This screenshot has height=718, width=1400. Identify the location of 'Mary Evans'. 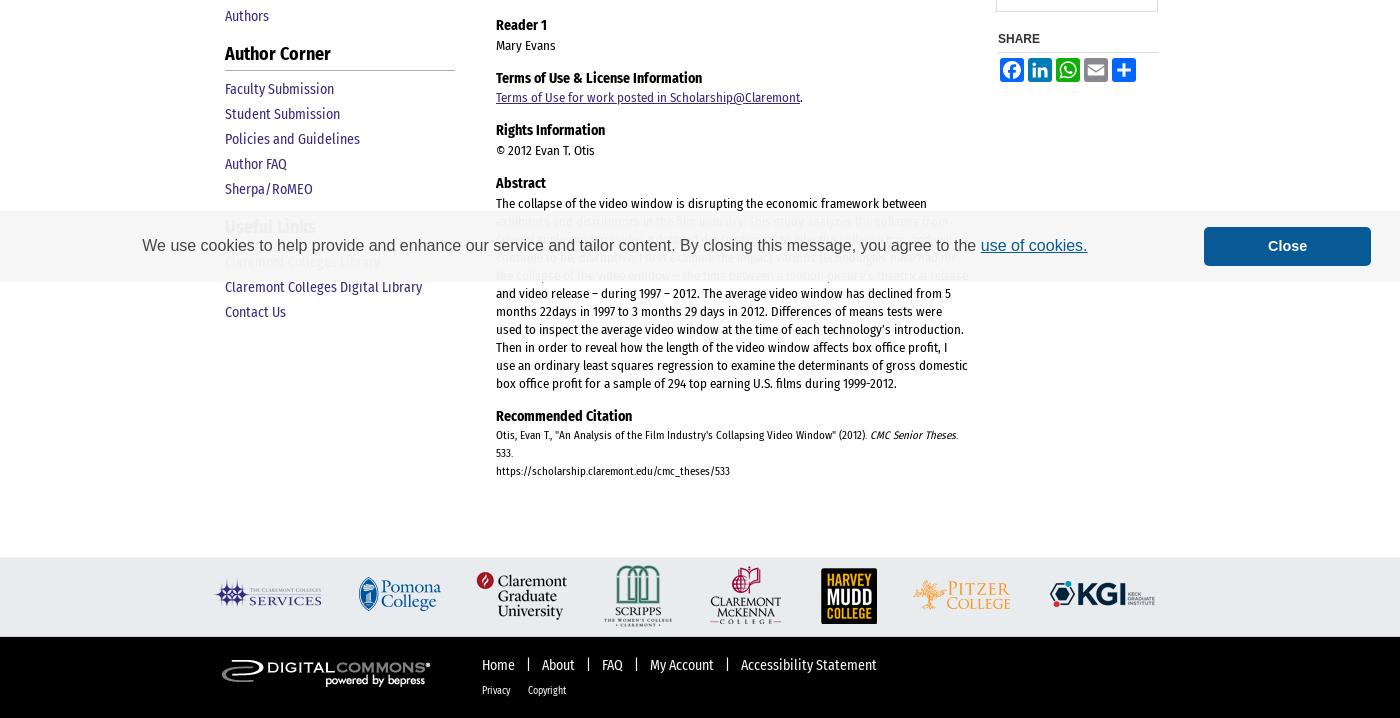
(525, 43).